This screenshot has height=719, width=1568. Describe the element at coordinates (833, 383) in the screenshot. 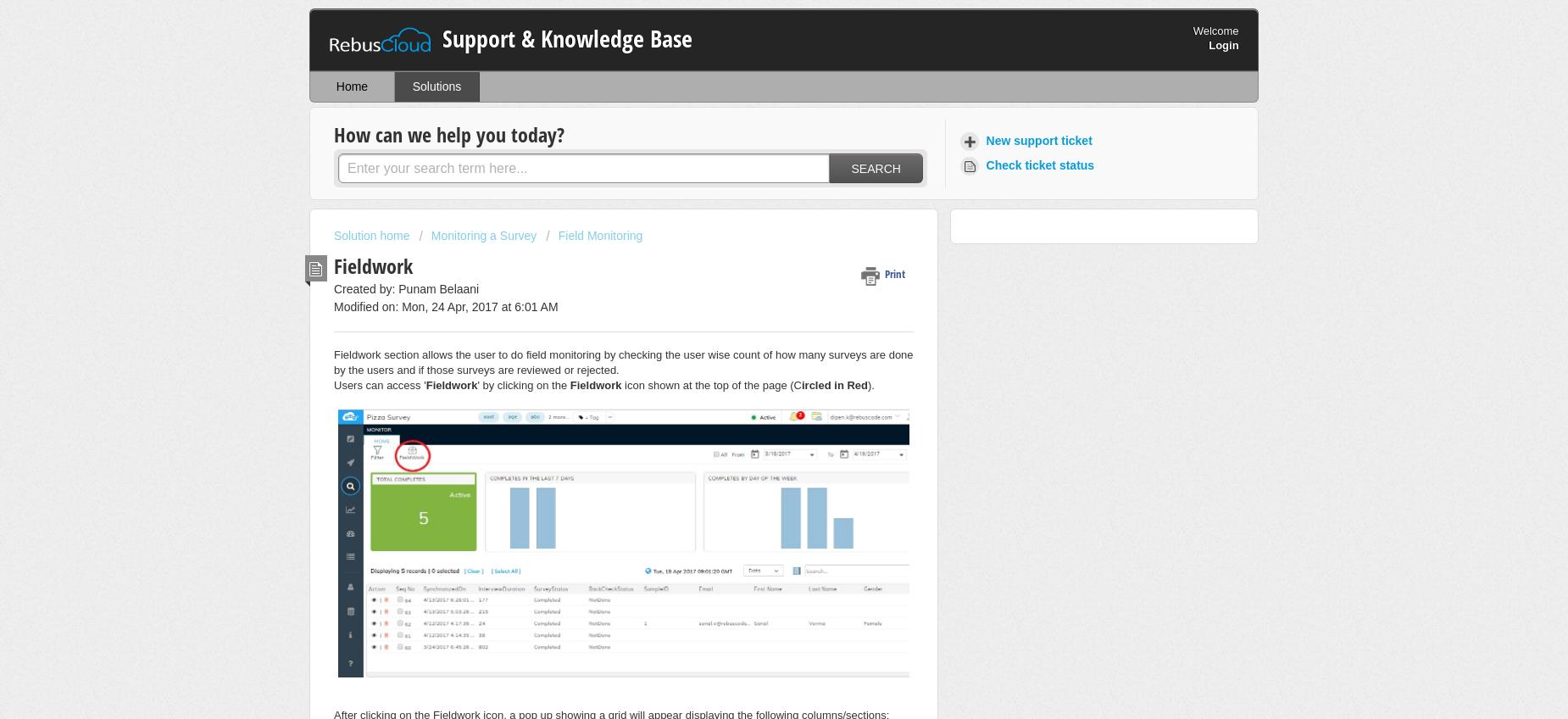

I see `'ircled in Red'` at that location.